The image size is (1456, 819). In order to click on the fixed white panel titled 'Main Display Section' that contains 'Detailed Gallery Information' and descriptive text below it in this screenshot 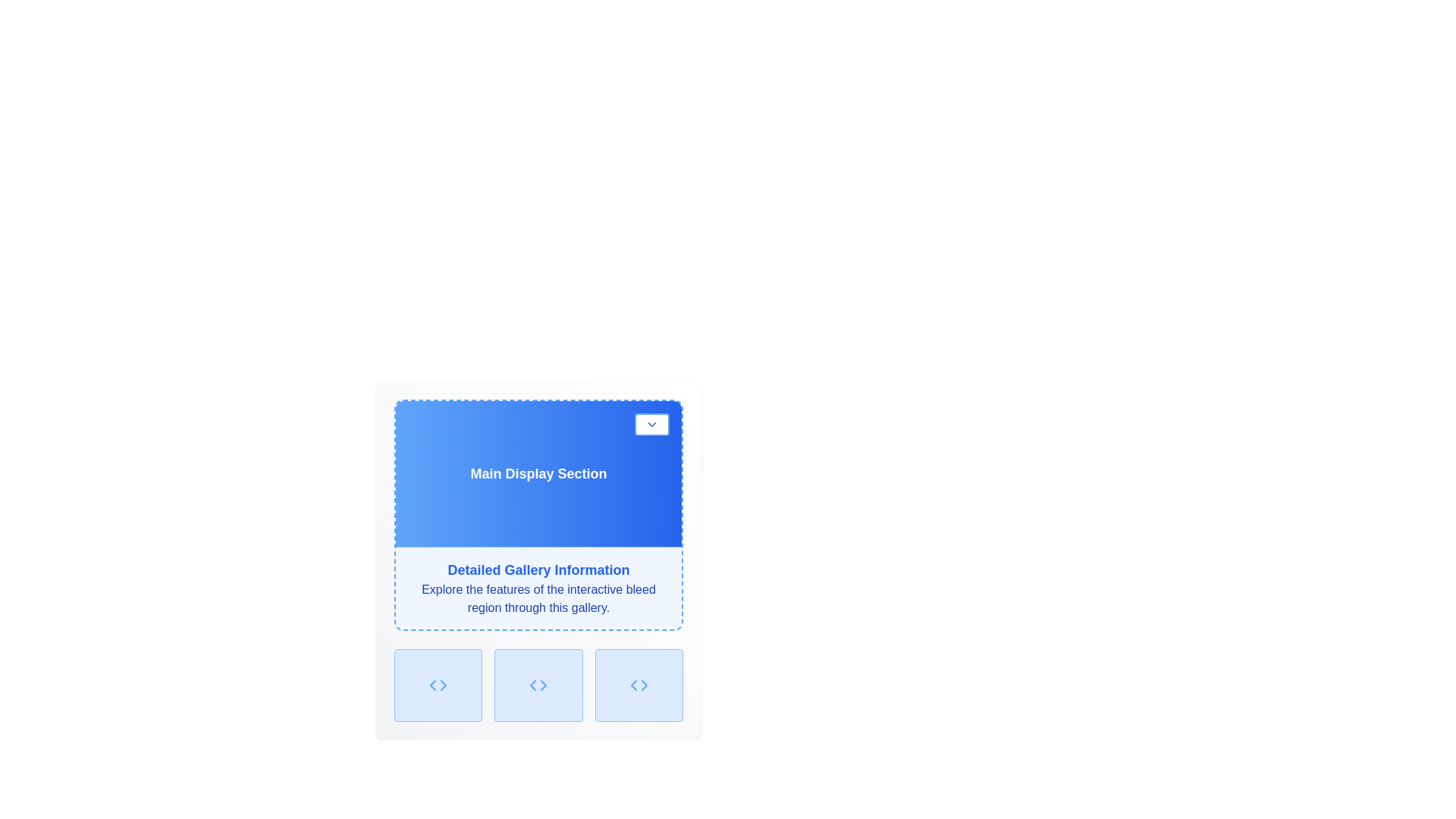, I will do `click(538, 551)`.